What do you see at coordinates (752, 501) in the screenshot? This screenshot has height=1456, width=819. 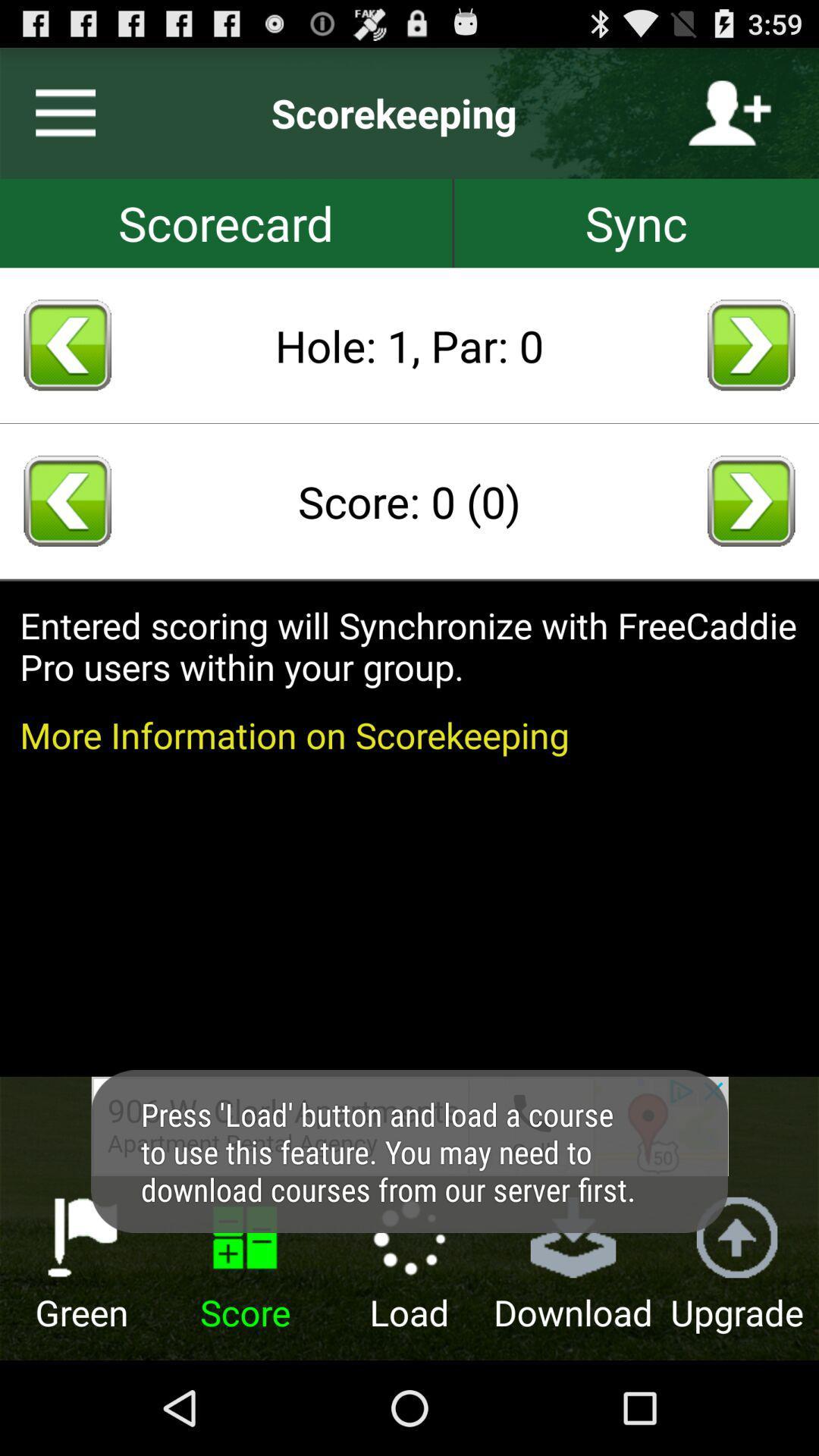 I see `the right arrow next to score 0 0` at bounding box center [752, 501].